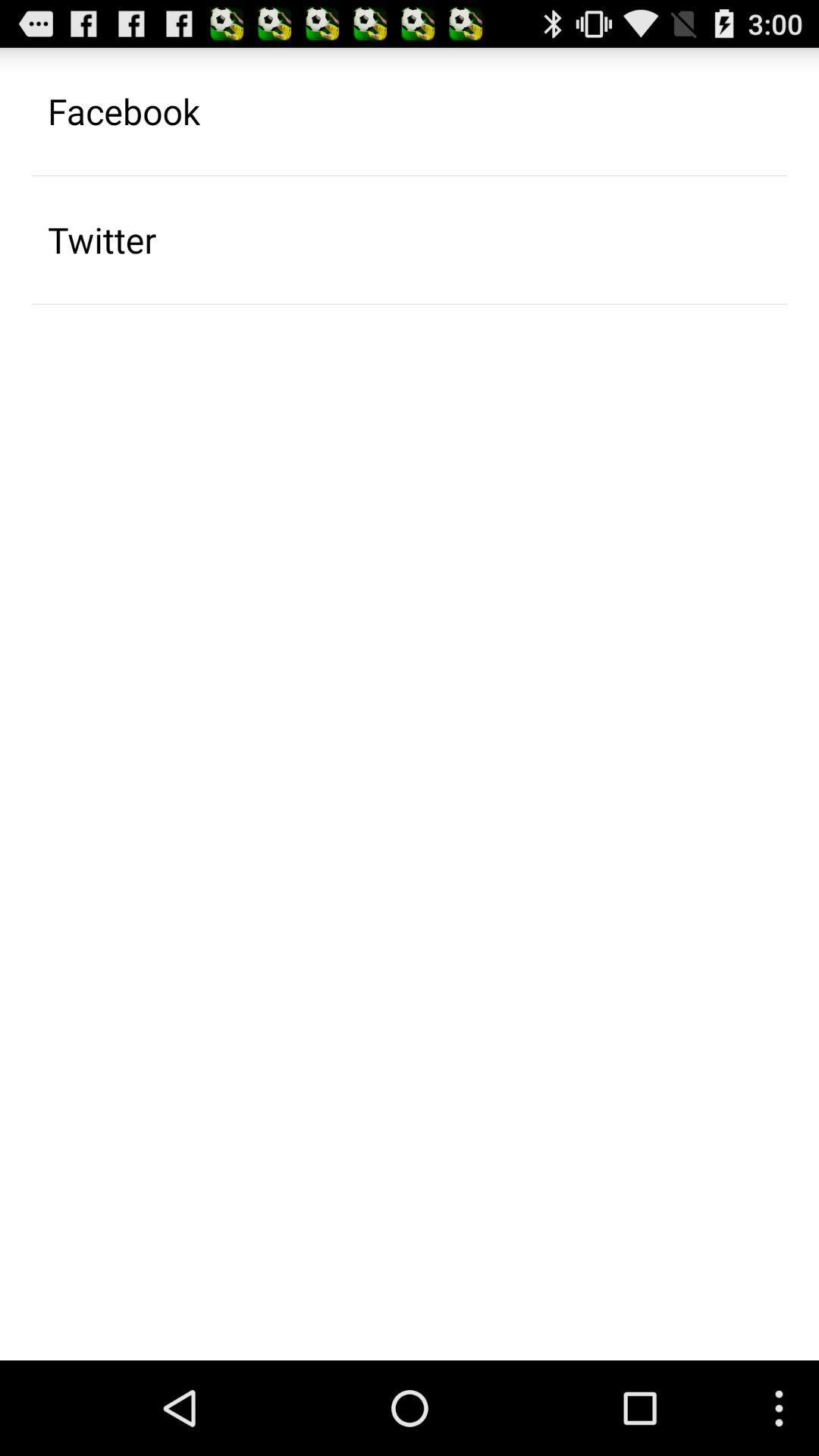 The width and height of the screenshot is (819, 1456). What do you see at coordinates (123, 110) in the screenshot?
I see `facebook` at bounding box center [123, 110].